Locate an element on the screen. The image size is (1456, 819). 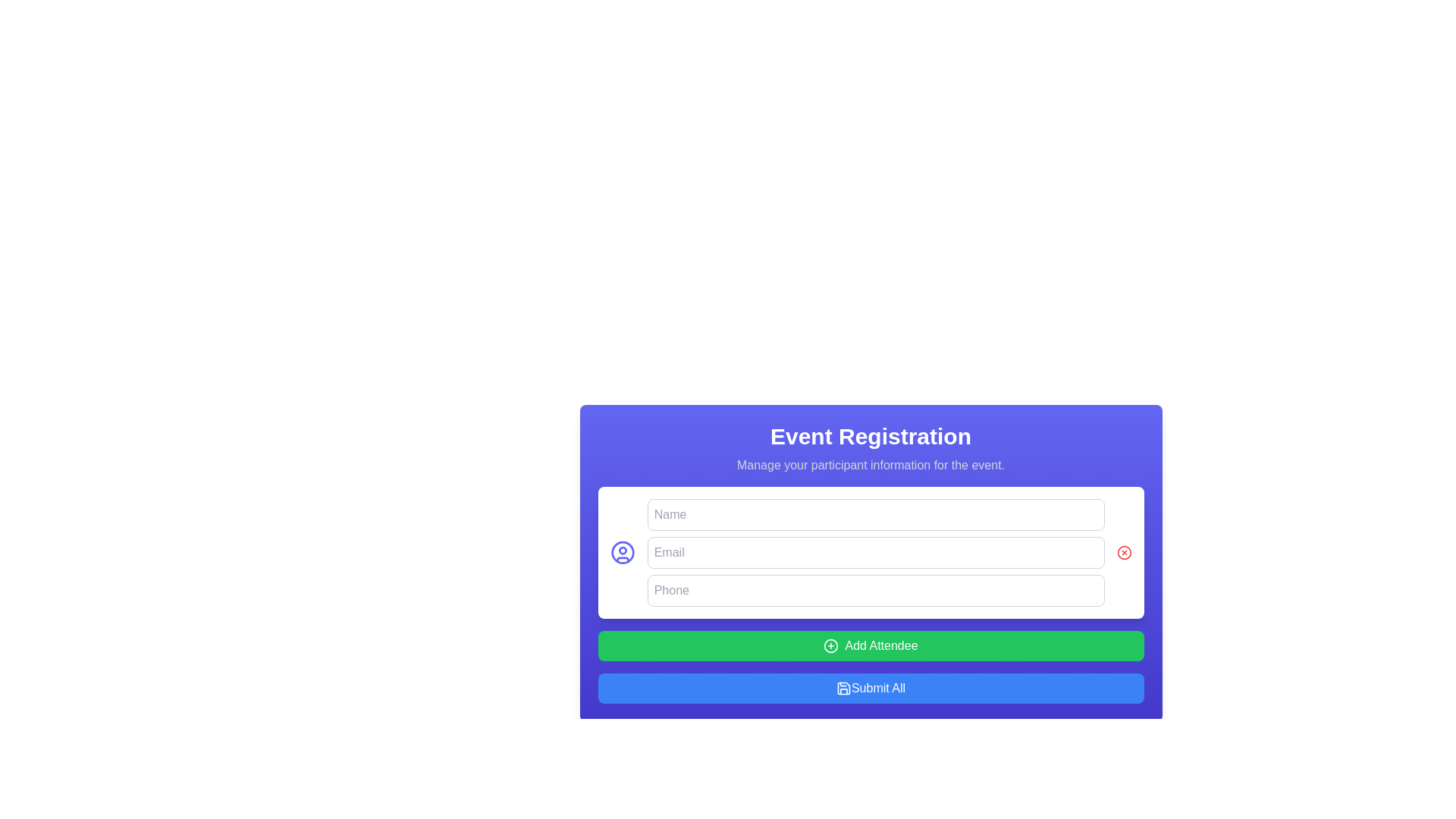
the purple hollow circular graphical element located on the left side of the form input fields, aligned vertically with the 'Name' field is located at coordinates (623, 553).